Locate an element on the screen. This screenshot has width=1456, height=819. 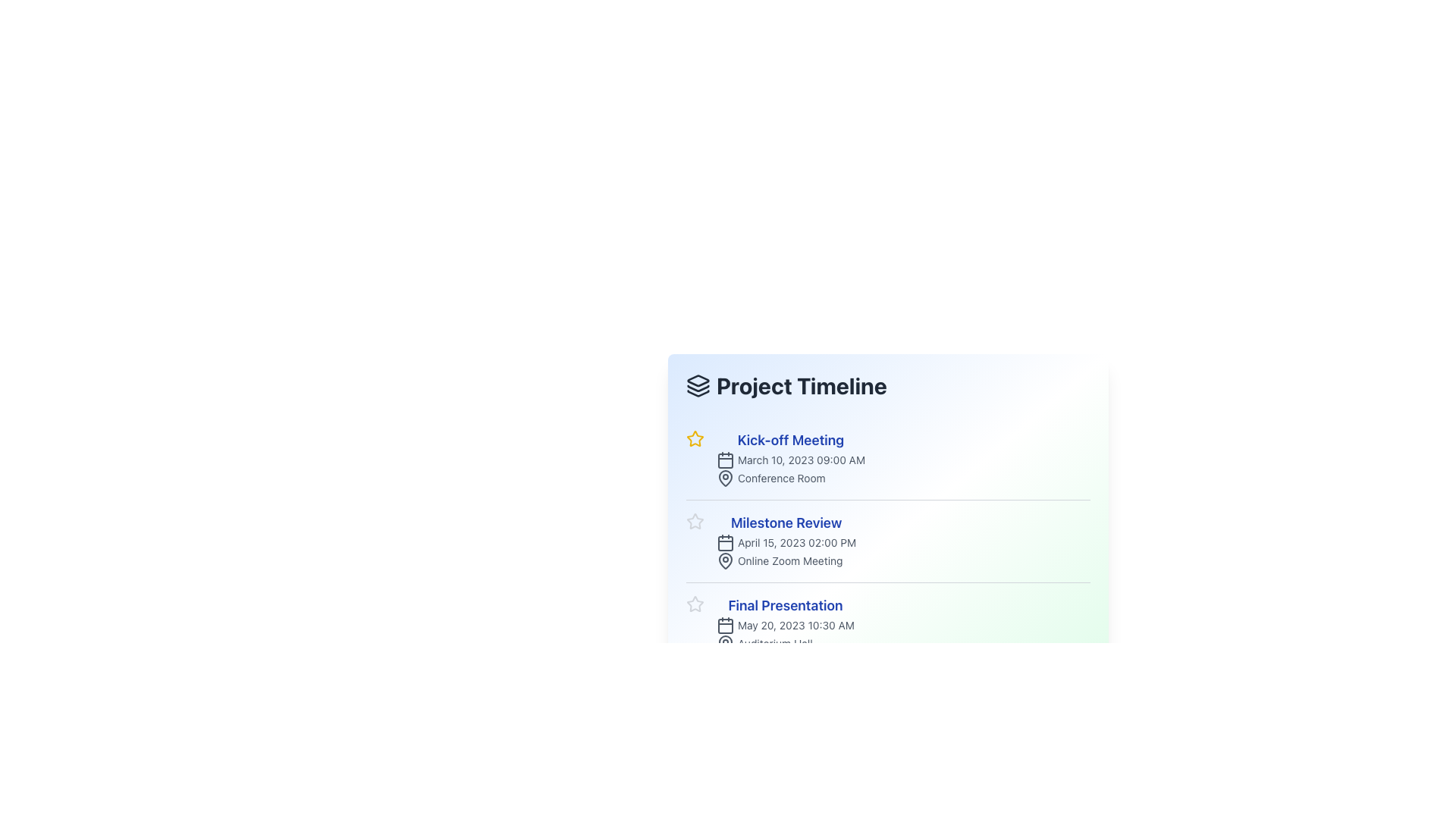
the icon styled as a stack of layers located to the left of the text 'Project Timeline' is located at coordinates (698, 385).